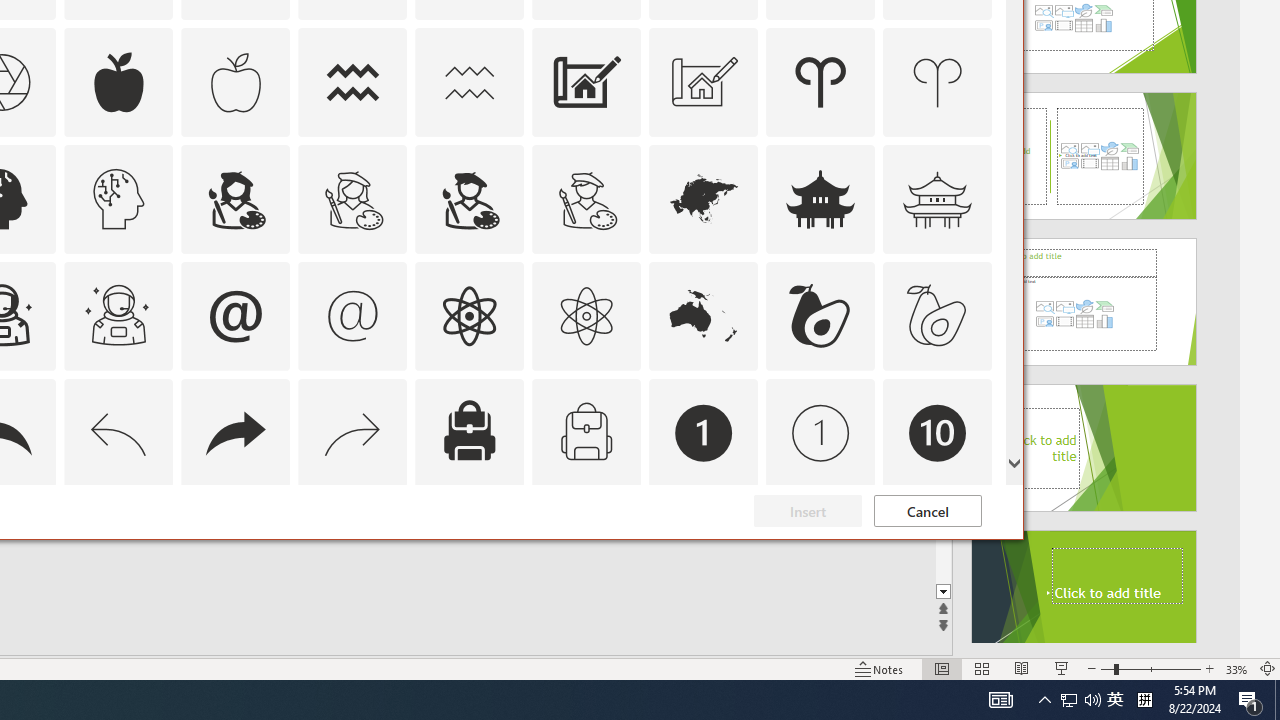 The image size is (1280, 720). What do you see at coordinates (118, 198) in the screenshot?
I see `'AutomationID: Icons_ArtificialIntelligence_M'` at bounding box center [118, 198].